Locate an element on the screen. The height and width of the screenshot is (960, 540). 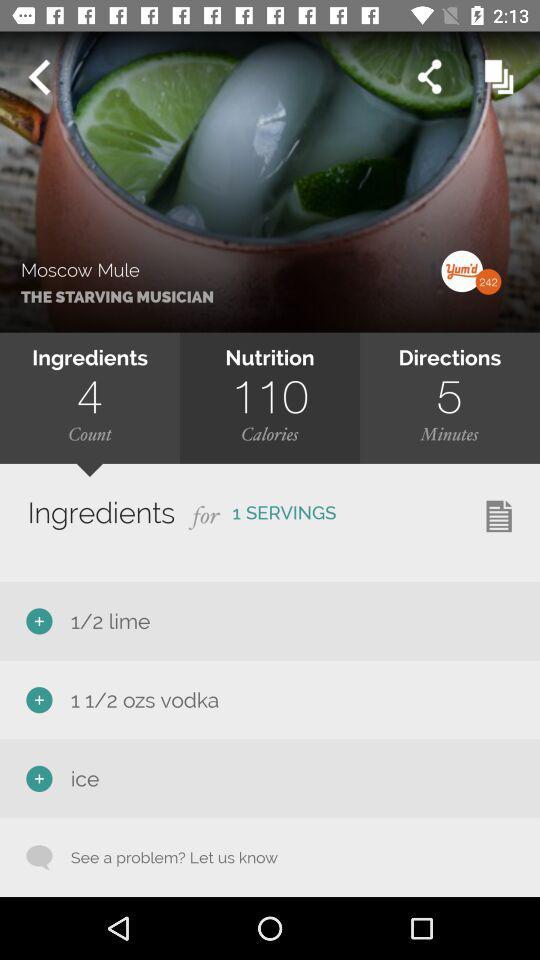
the see a problem is located at coordinates (164, 856).